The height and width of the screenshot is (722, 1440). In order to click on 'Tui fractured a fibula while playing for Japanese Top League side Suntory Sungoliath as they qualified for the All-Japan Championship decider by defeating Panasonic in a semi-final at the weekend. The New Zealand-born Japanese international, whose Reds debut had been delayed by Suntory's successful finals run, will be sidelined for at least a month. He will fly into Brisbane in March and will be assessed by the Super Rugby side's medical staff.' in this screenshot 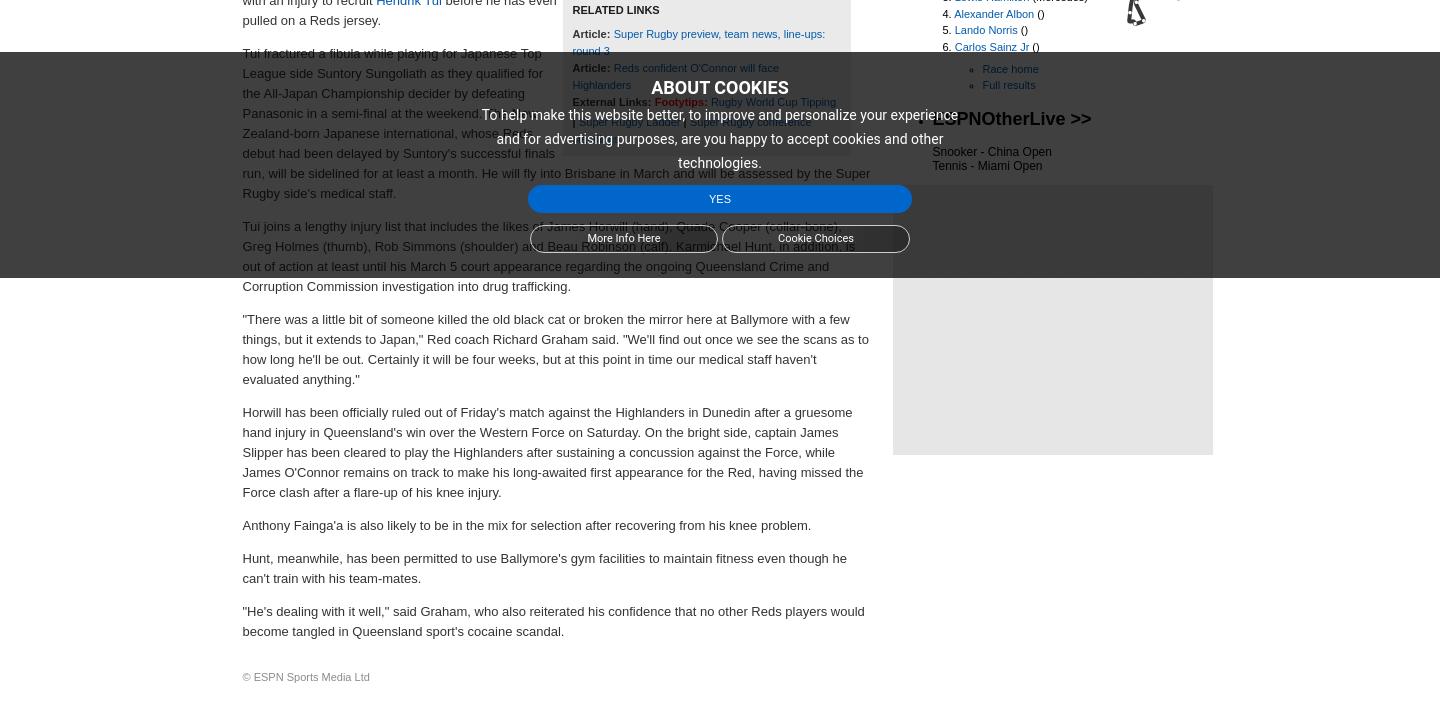, I will do `click(555, 123)`.